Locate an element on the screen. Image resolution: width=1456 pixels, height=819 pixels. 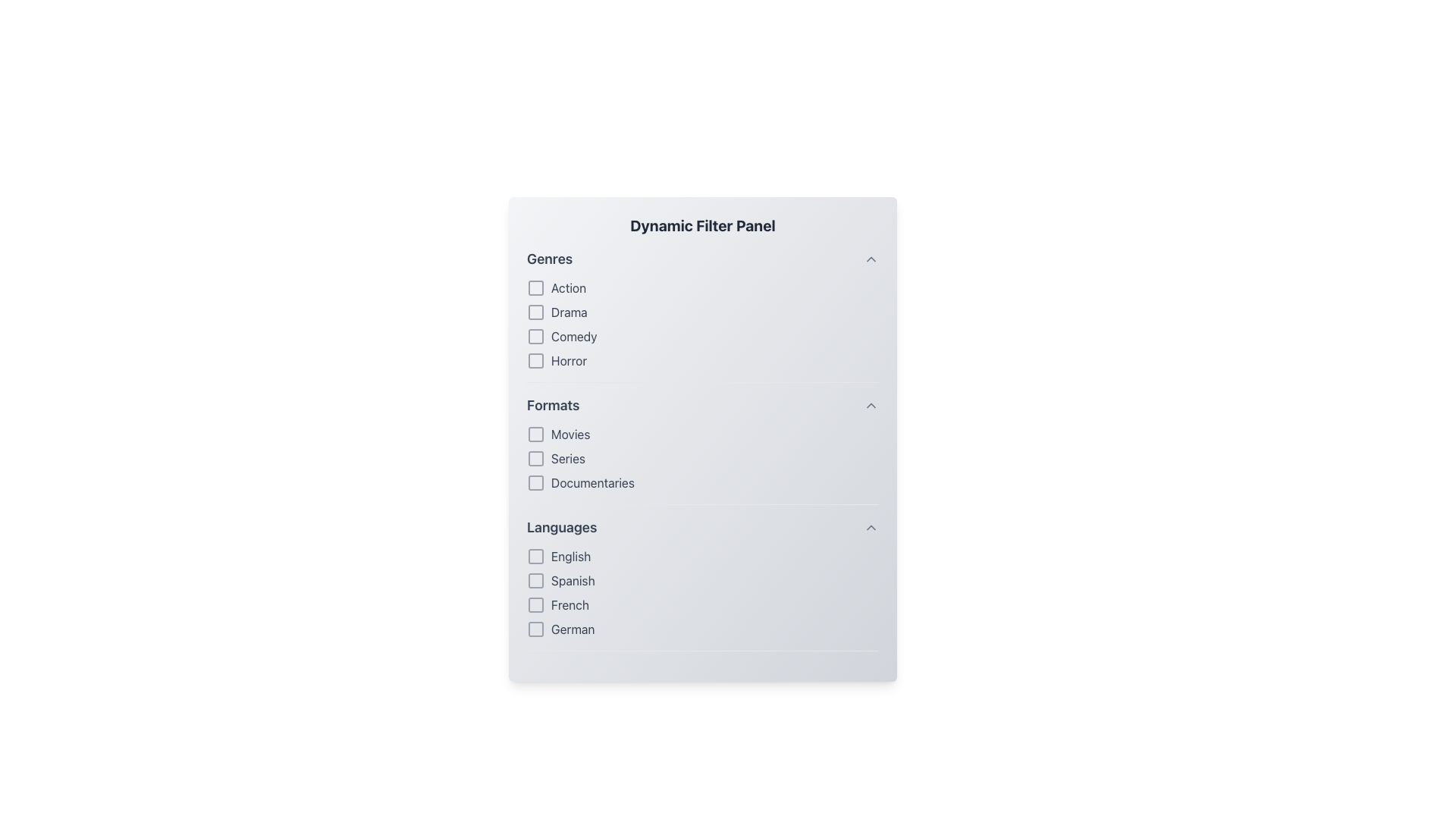
the 'Languages' text label, which is a bold dark gray font element in the Dynamic Filter Panel, positioned below the Formats filter section is located at coordinates (561, 526).